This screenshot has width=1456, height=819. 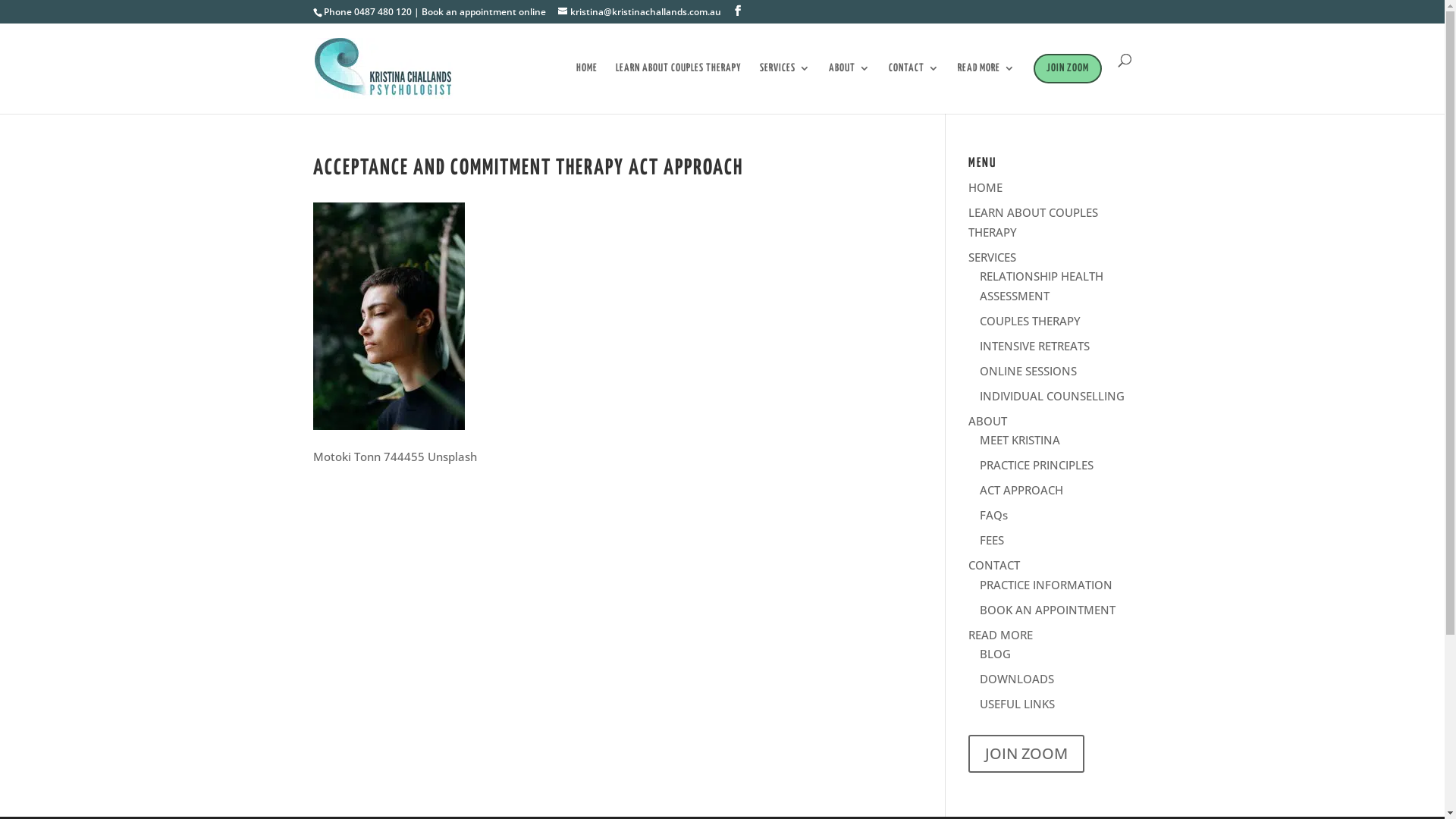 I want to click on 'USEFUL LINKS', so click(x=1017, y=704).